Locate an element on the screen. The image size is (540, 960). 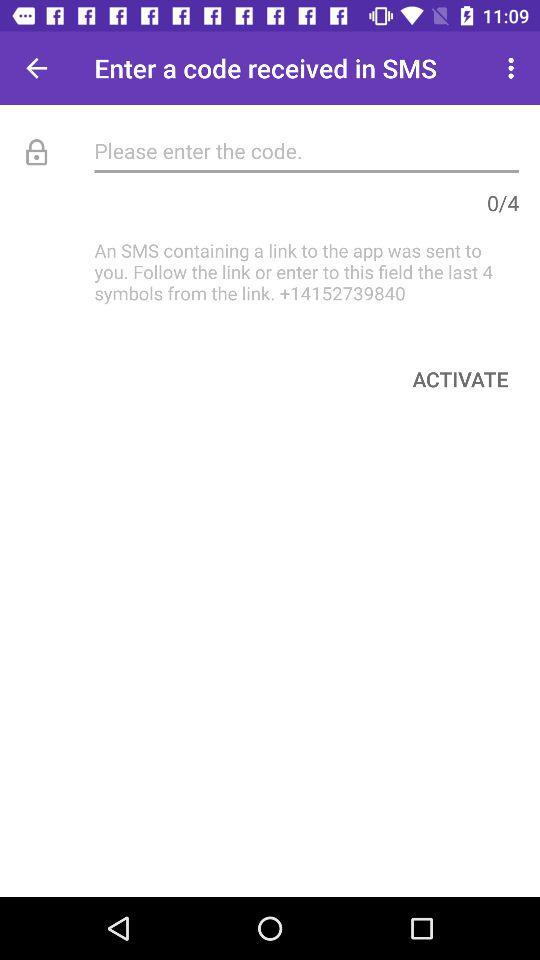
the icon to the right of enter a code icon is located at coordinates (513, 68).